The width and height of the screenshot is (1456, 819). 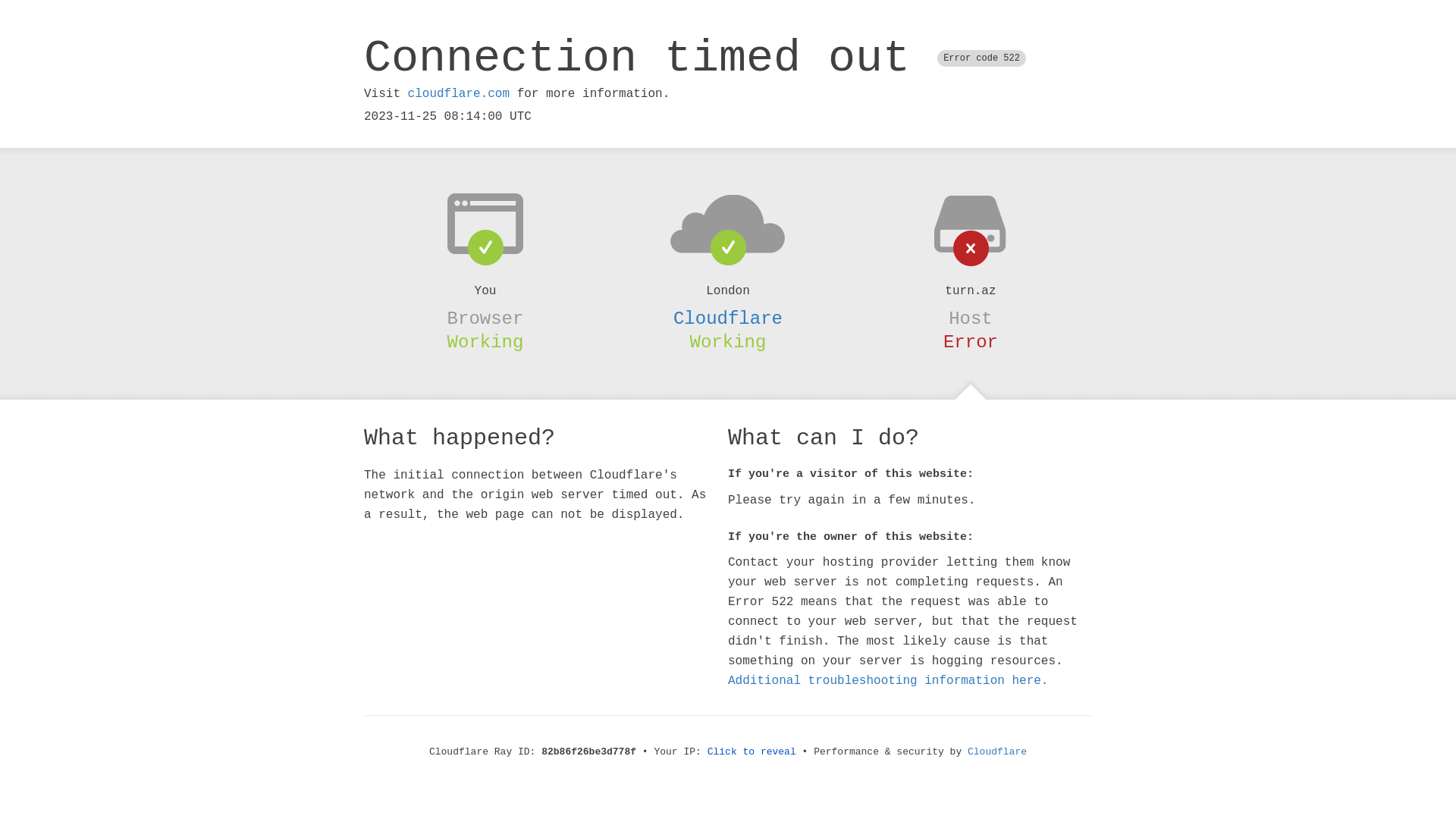 What do you see at coordinates (728, 318) in the screenshot?
I see `'Cloudflare'` at bounding box center [728, 318].